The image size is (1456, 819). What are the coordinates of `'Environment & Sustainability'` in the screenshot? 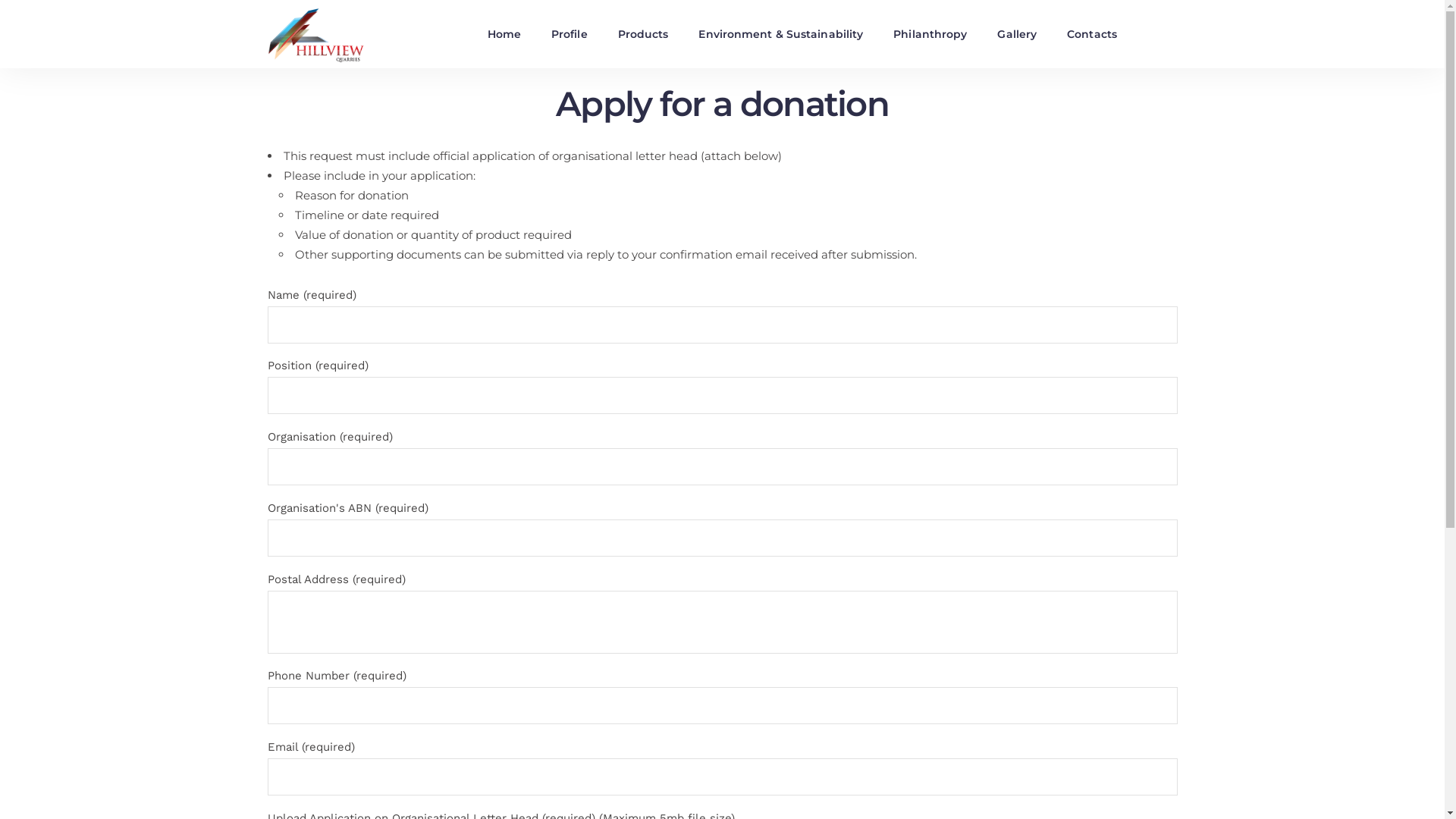 It's located at (780, 34).